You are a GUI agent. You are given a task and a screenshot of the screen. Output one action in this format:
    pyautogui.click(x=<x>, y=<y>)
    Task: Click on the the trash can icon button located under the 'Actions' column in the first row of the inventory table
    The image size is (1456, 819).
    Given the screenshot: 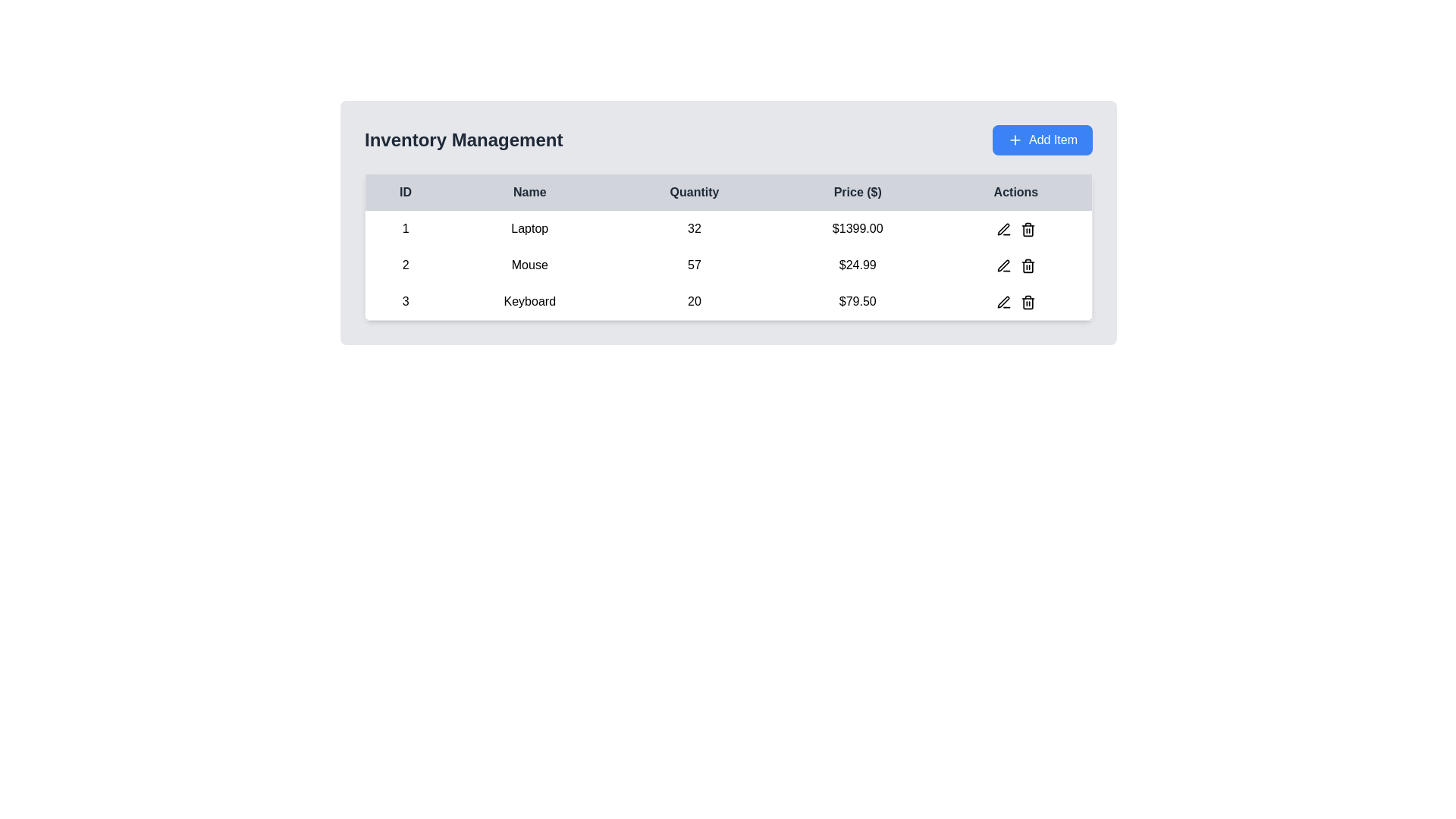 What is the action you would take?
    pyautogui.click(x=1028, y=229)
    